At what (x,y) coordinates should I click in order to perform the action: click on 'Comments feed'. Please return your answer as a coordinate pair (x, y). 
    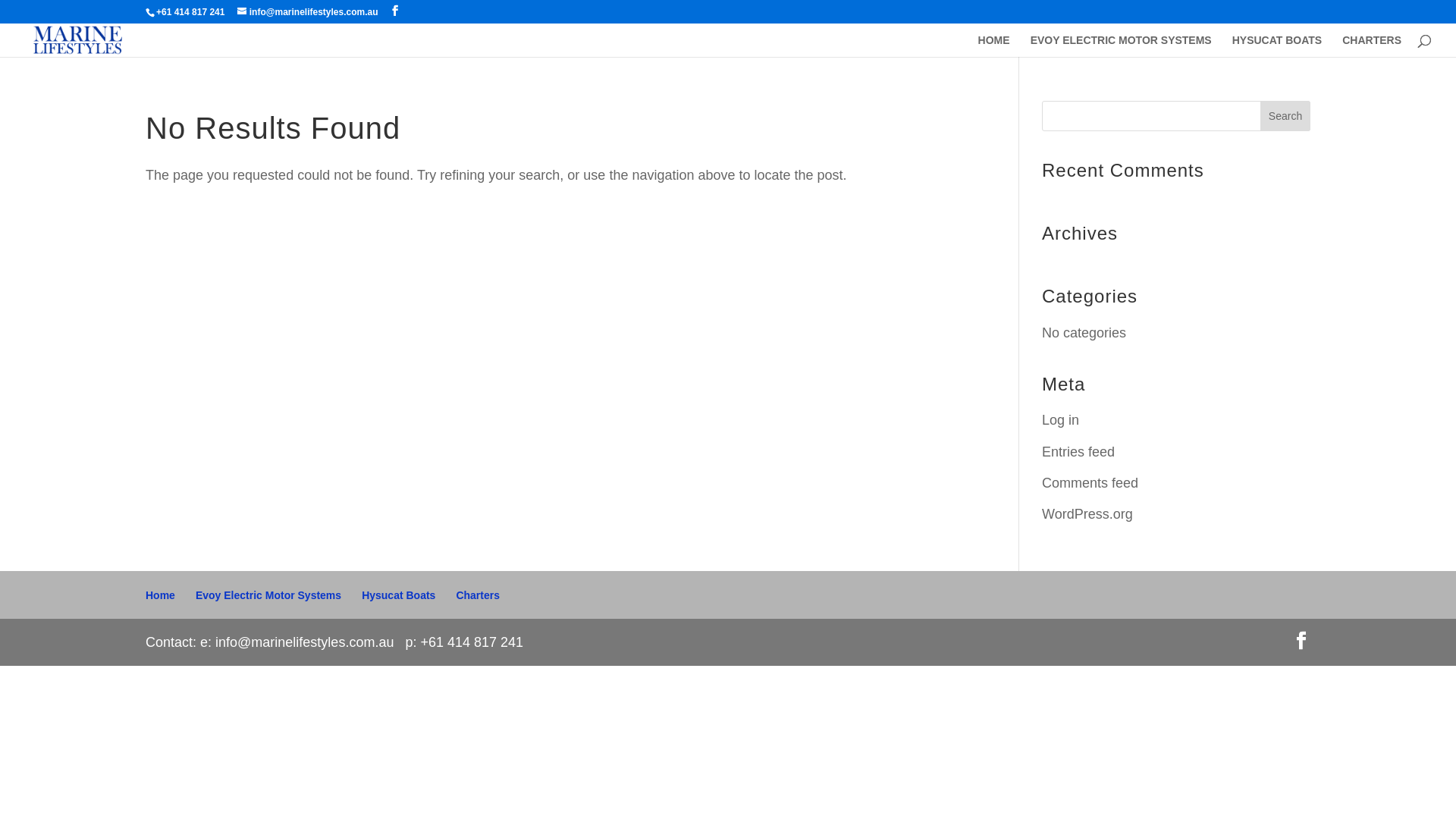
    Looking at the image, I should click on (1089, 482).